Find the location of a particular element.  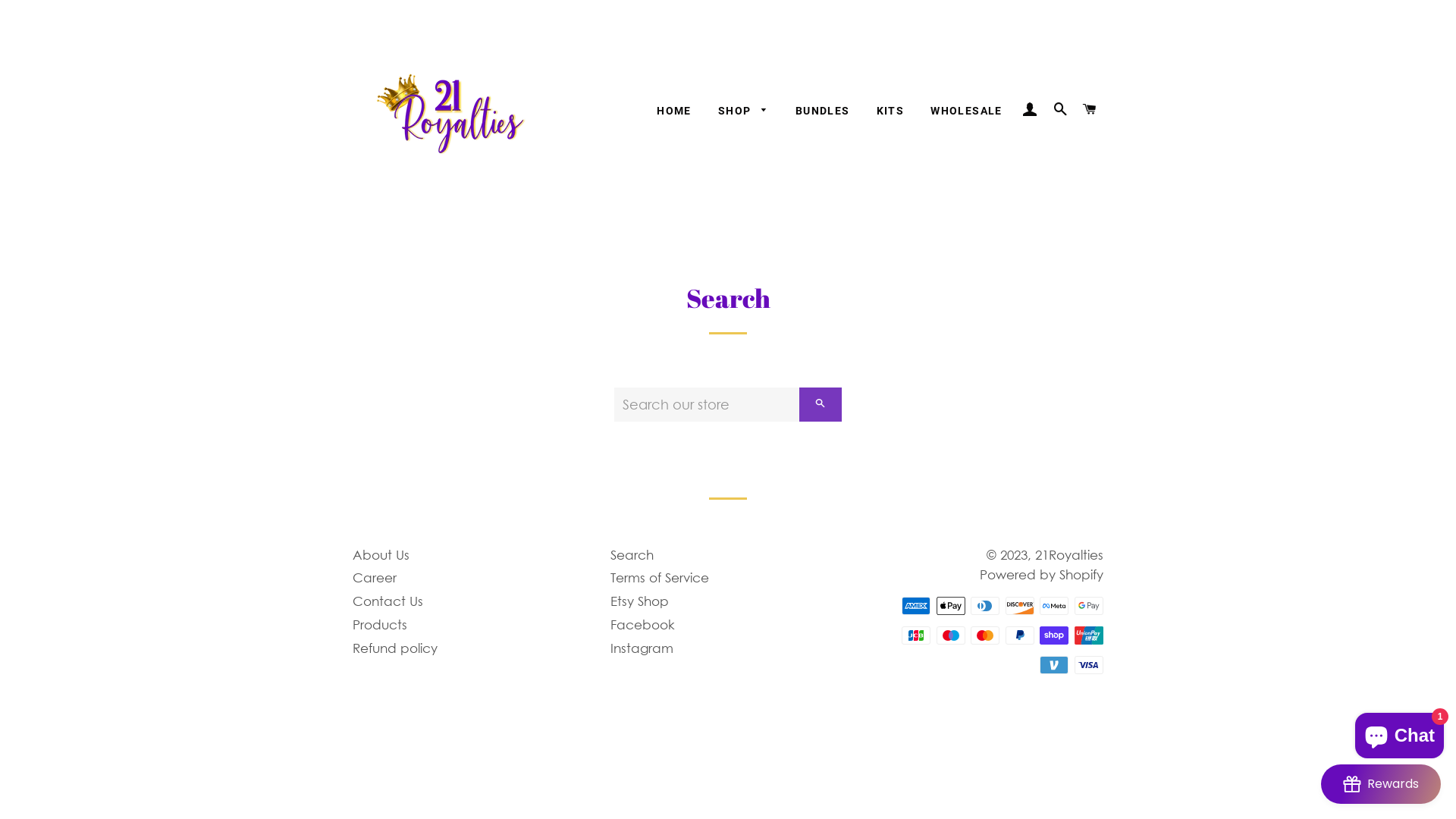

'WHOLESALE' is located at coordinates (965, 110).